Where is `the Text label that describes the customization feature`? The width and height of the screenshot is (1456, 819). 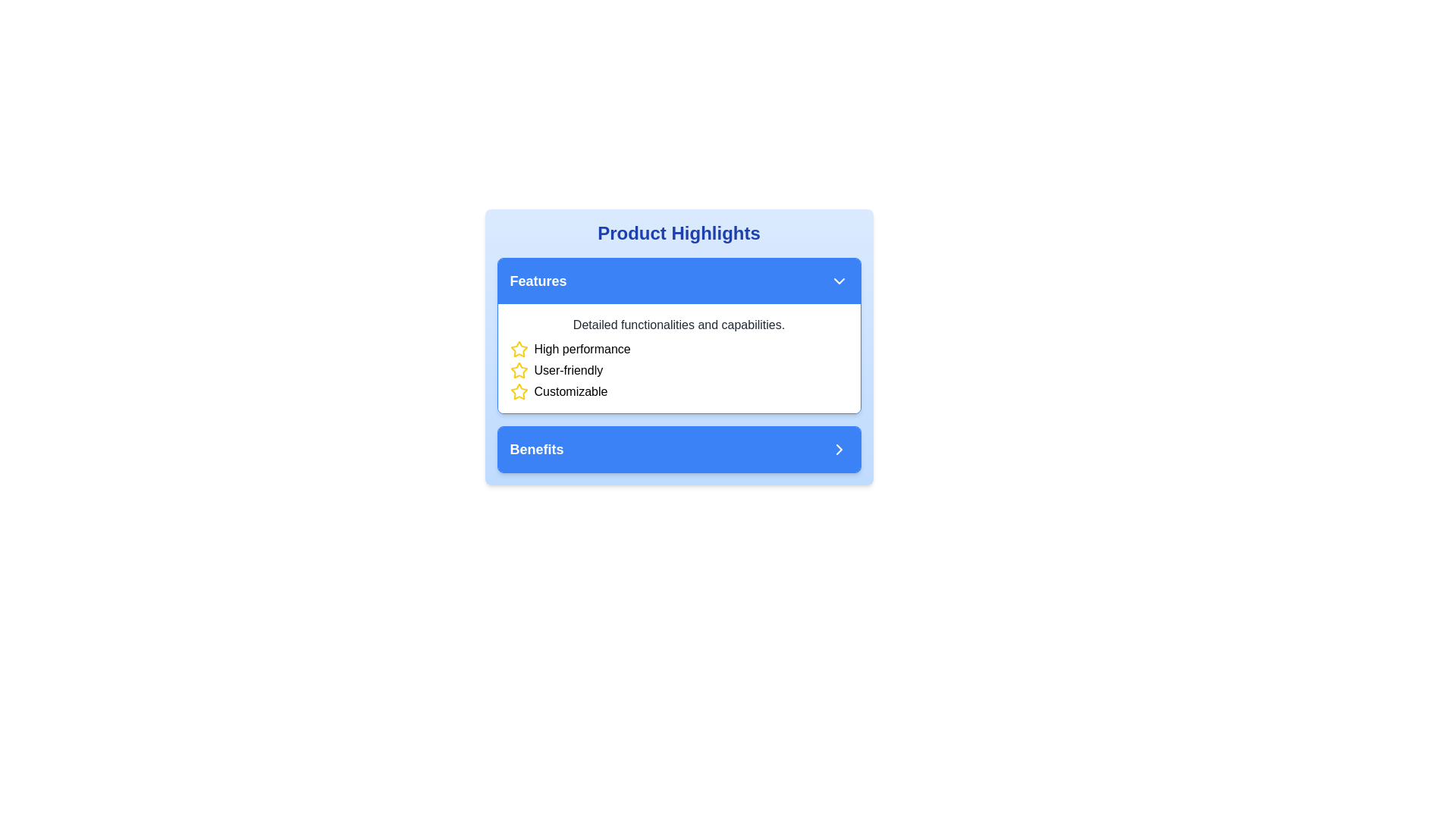
the Text label that describes the customization feature is located at coordinates (570, 391).